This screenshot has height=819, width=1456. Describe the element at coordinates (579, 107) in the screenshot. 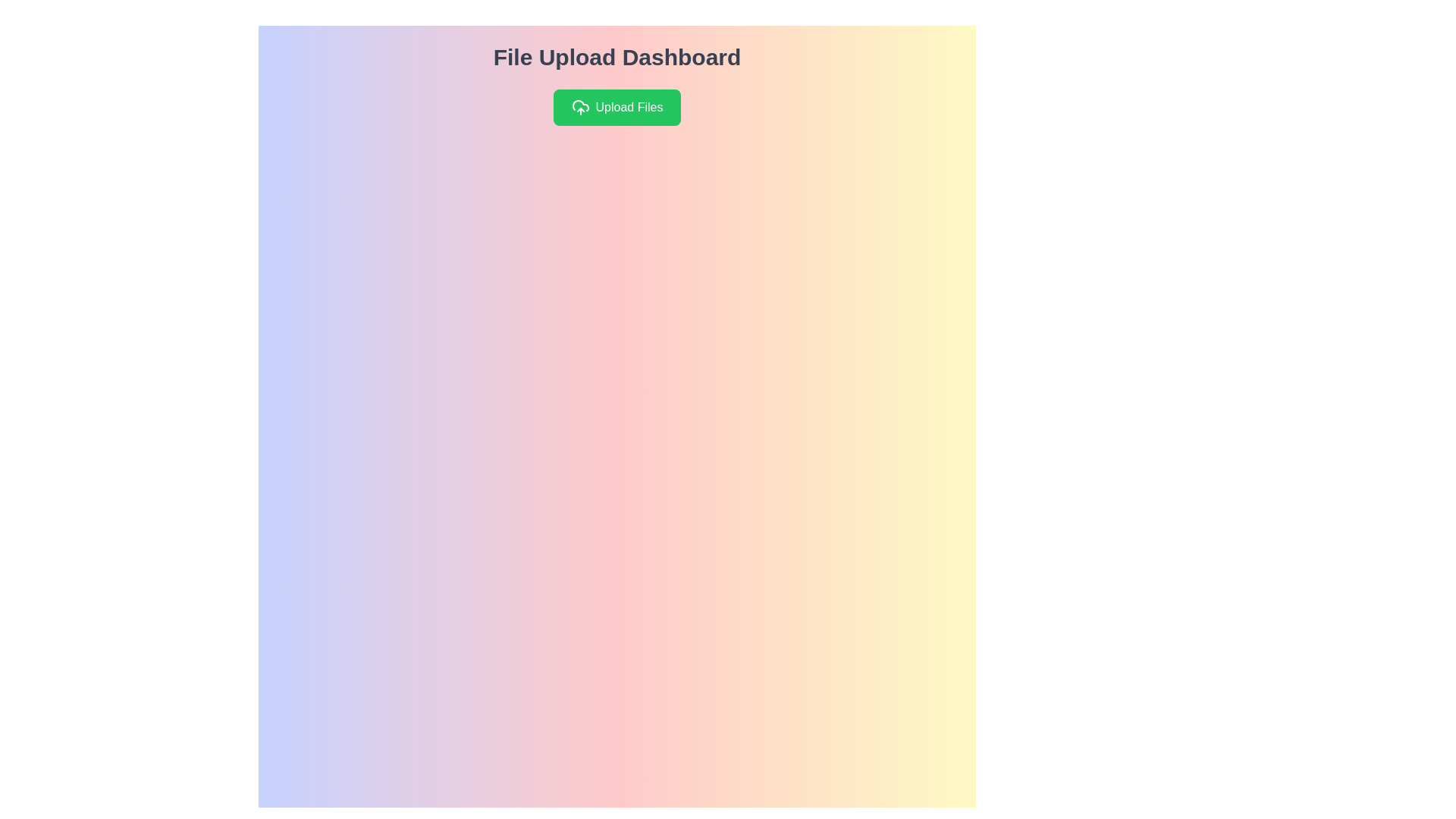

I see `the cloud-shaped SVG icon with an upward arrow, which is part of the green rectangular button labeled 'Upload Files'` at that location.